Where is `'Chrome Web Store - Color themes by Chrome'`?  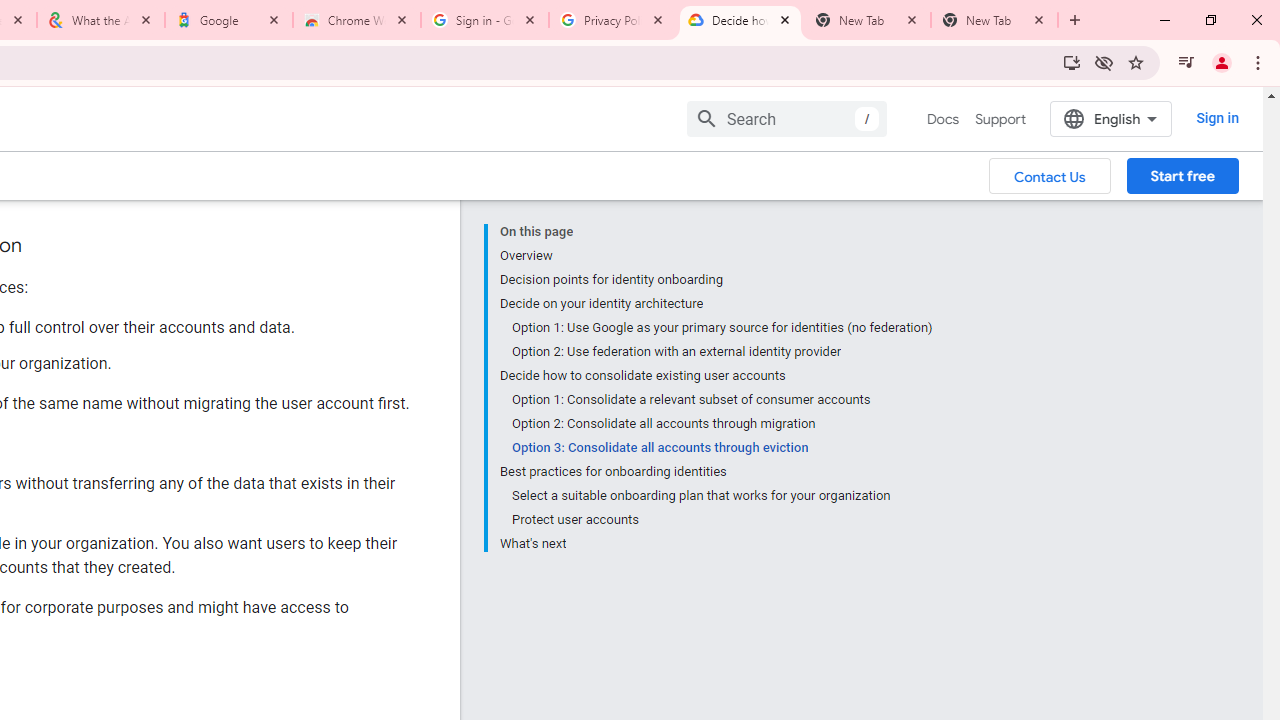
'Chrome Web Store - Color themes by Chrome' is located at coordinates (357, 20).